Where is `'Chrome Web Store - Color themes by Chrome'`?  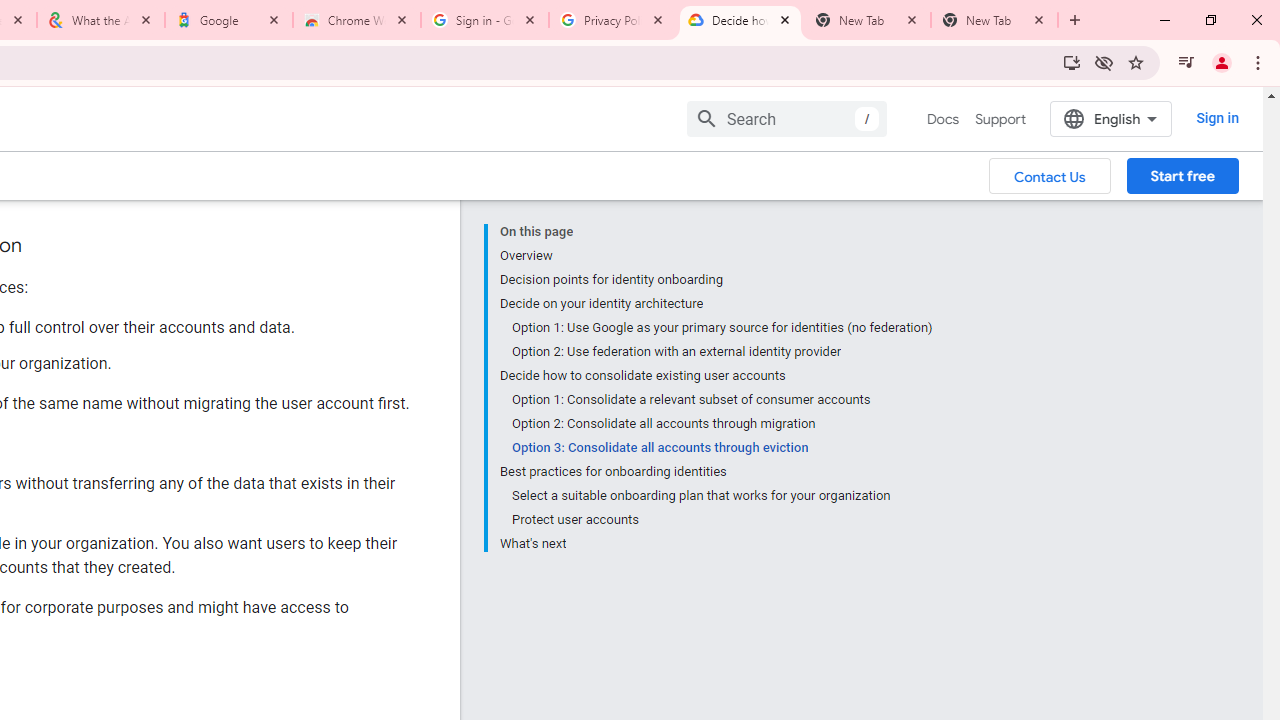
'Chrome Web Store - Color themes by Chrome' is located at coordinates (357, 20).